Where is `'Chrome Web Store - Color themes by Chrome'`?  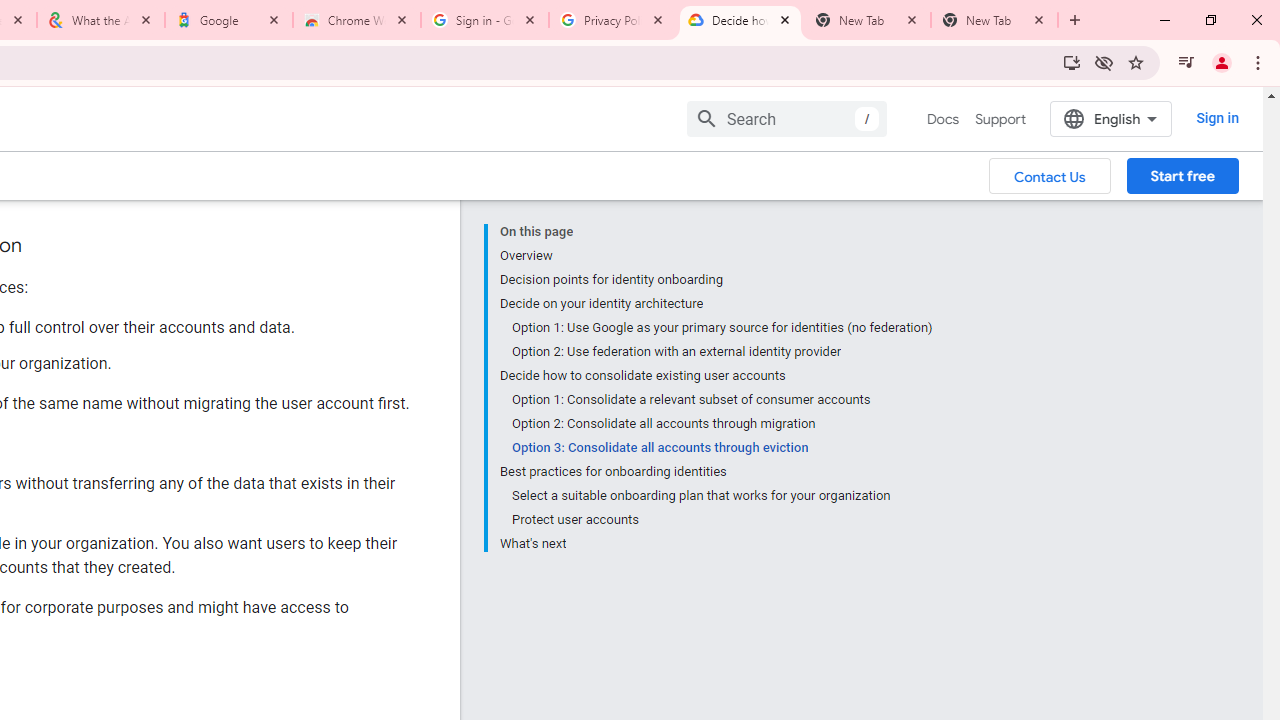
'Chrome Web Store - Color themes by Chrome' is located at coordinates (357, 20).